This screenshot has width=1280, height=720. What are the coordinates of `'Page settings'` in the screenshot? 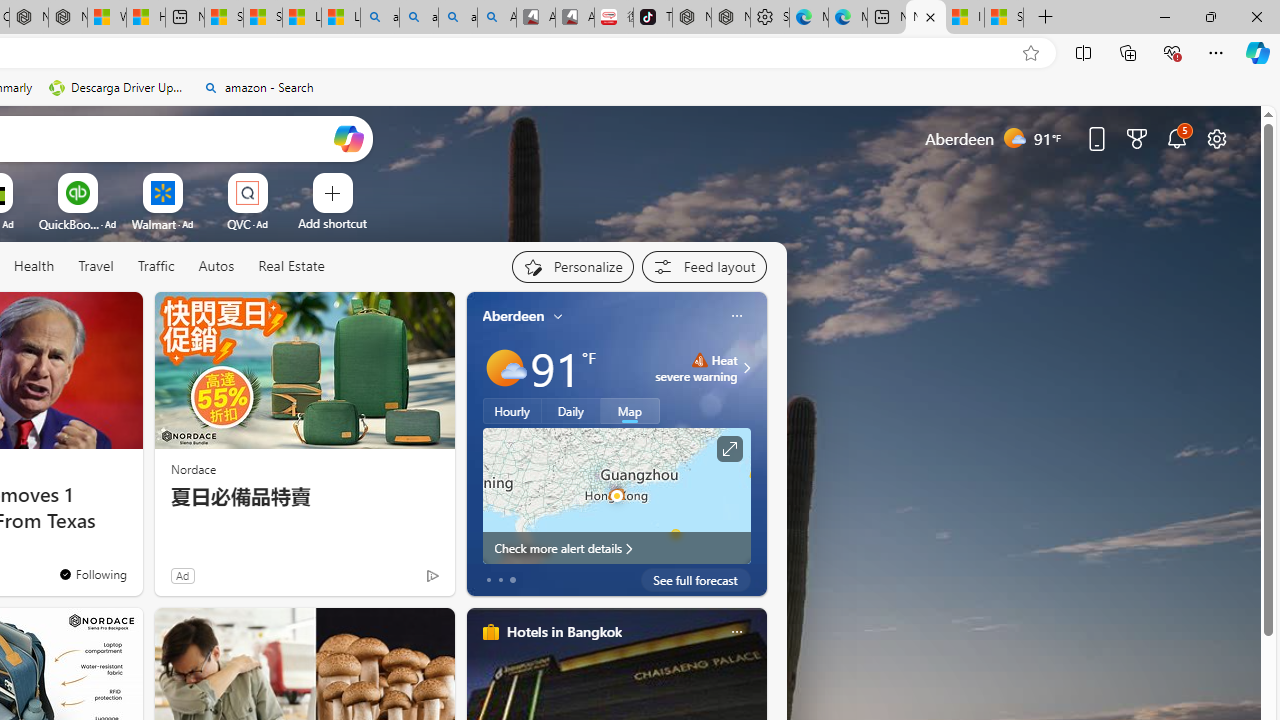 It's located at (1215, 137).